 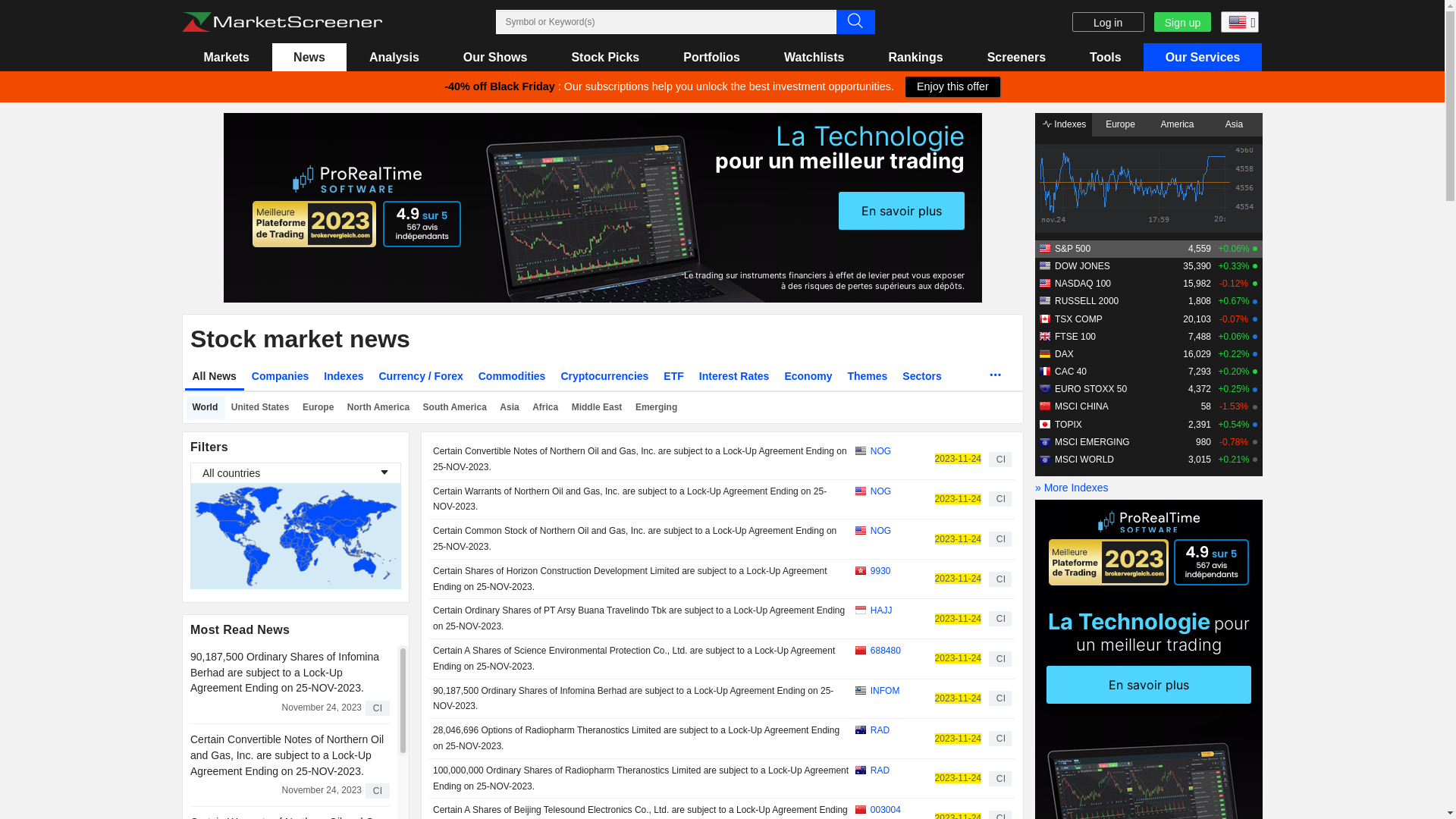 What do you see at coordinates (477, 375) in the screenshot?
I see `'Commodities'` at bounding box center [477, 375].